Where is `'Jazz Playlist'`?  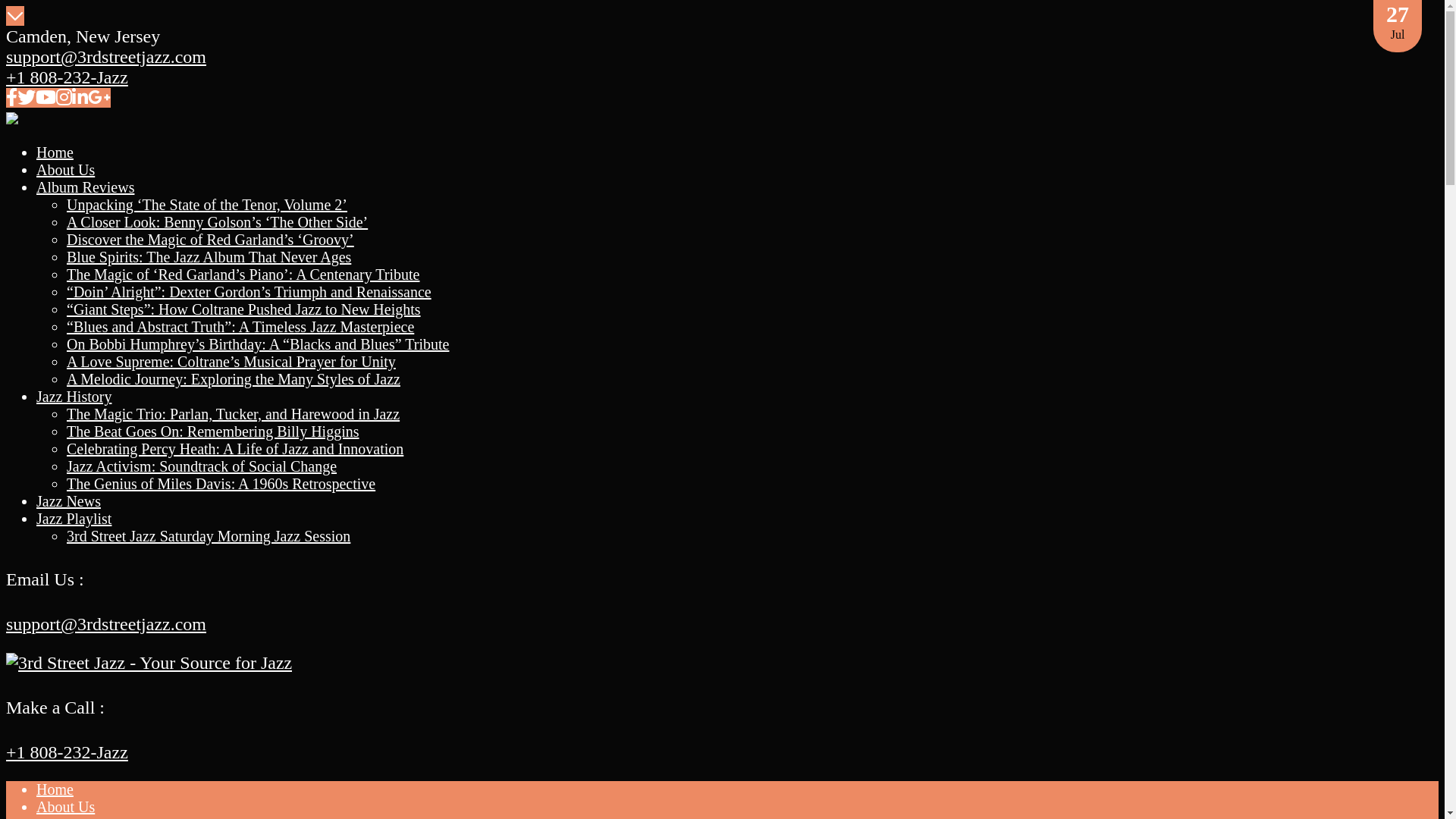
'Jazz Playlist' is located at coordinates (36, 517).